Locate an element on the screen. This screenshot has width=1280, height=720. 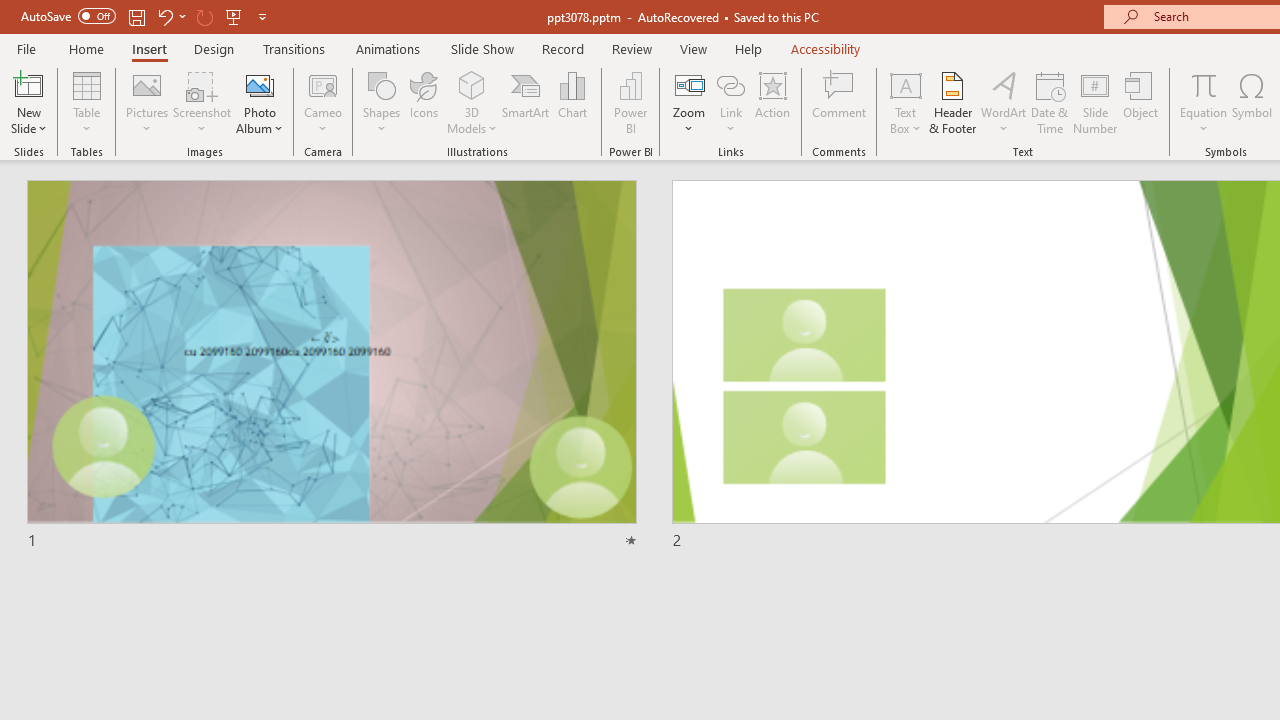
'Screenshot' is located at coordinates (202, 103).